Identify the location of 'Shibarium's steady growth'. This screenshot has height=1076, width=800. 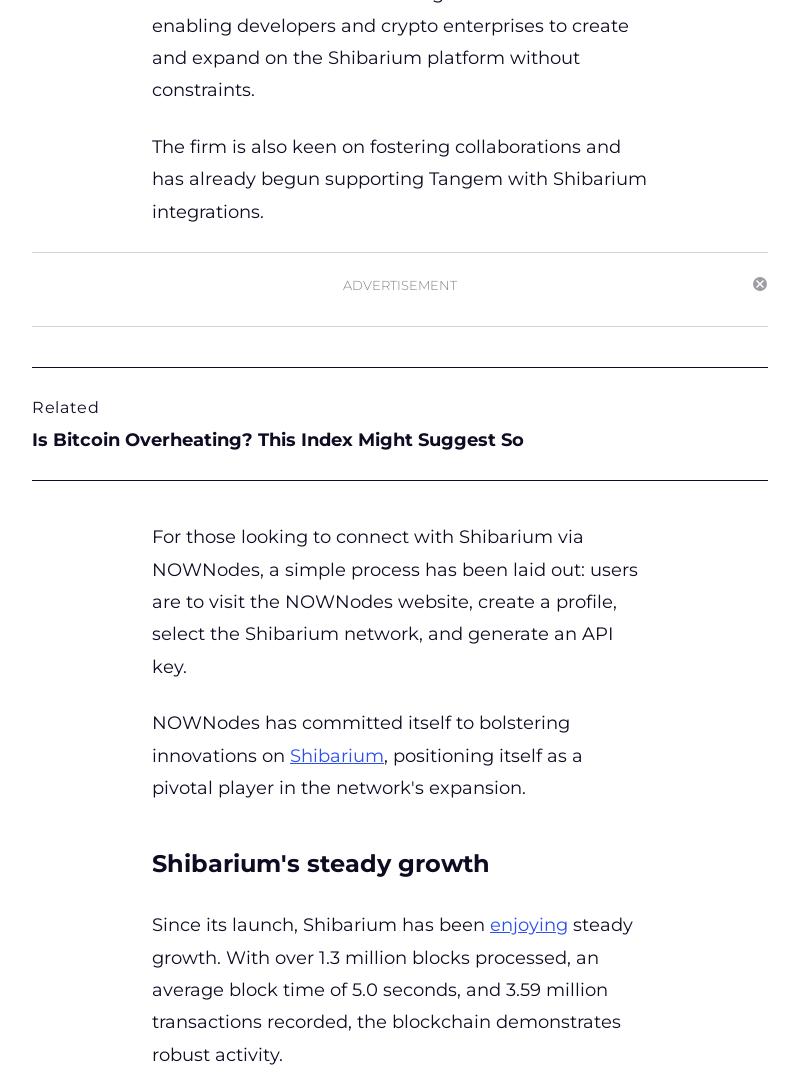
(323, 863).